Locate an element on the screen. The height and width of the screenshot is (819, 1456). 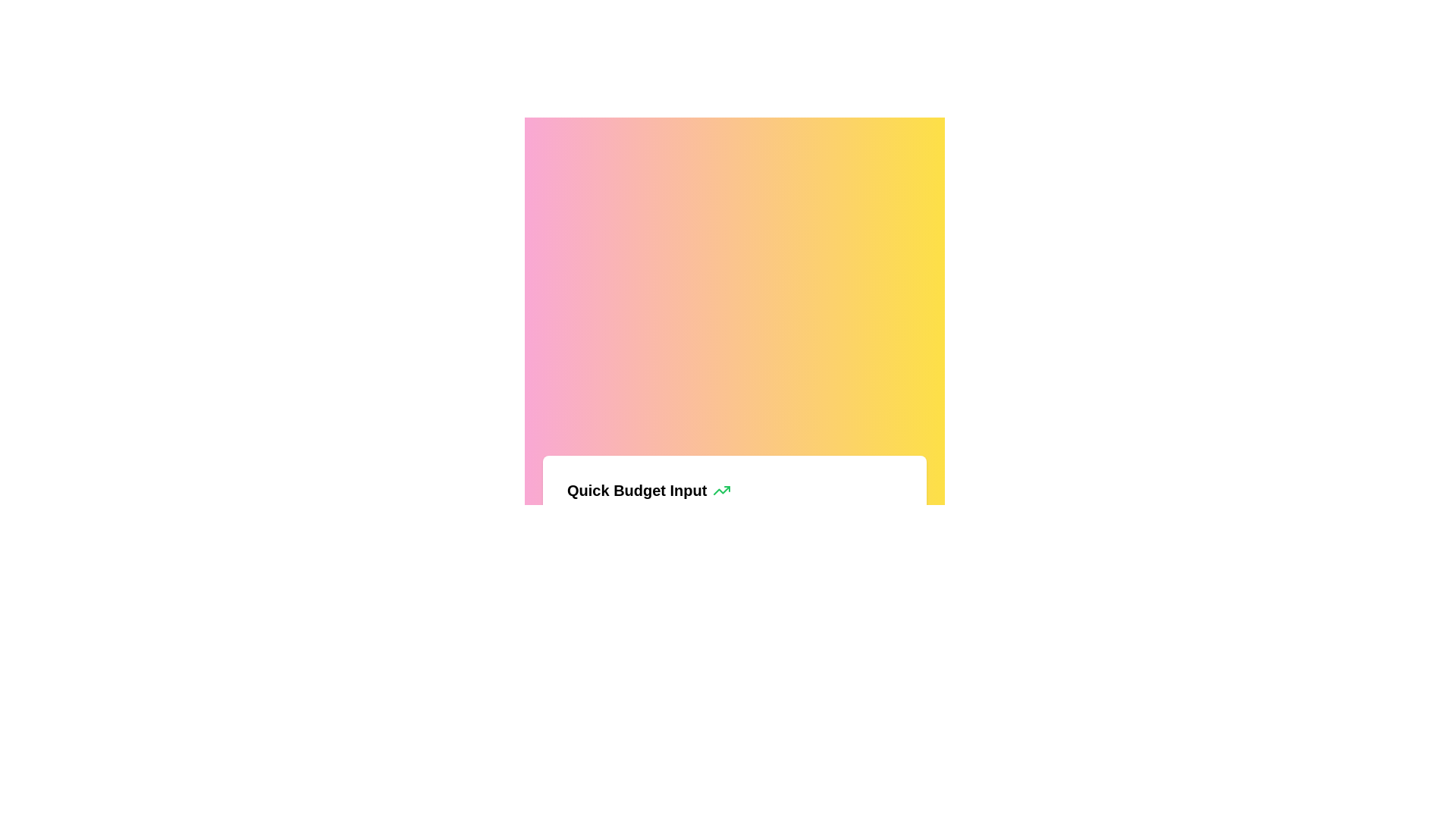
the decorative graphical icon, which is a green upward trending arrow with a zigzag pattern located at the bottom-right of a rectangular card is located at coordinates (721, 491).